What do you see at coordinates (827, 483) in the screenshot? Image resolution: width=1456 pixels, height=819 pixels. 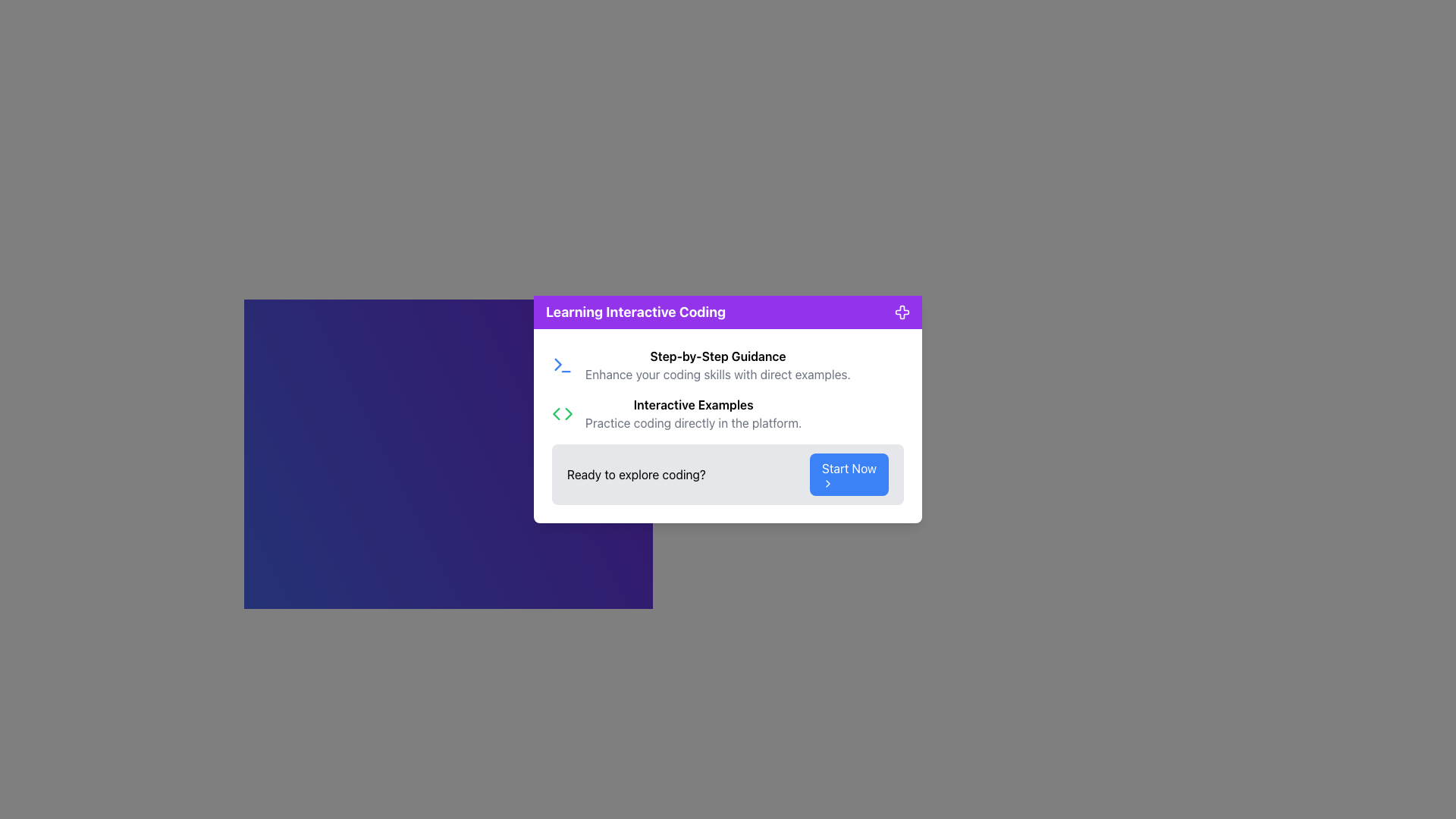 I see `the chevron icon located on the right-hand side inside the 'Start Now' button of the 'Learning Interactive Coding' dialog` at bounding box center [827, 483].